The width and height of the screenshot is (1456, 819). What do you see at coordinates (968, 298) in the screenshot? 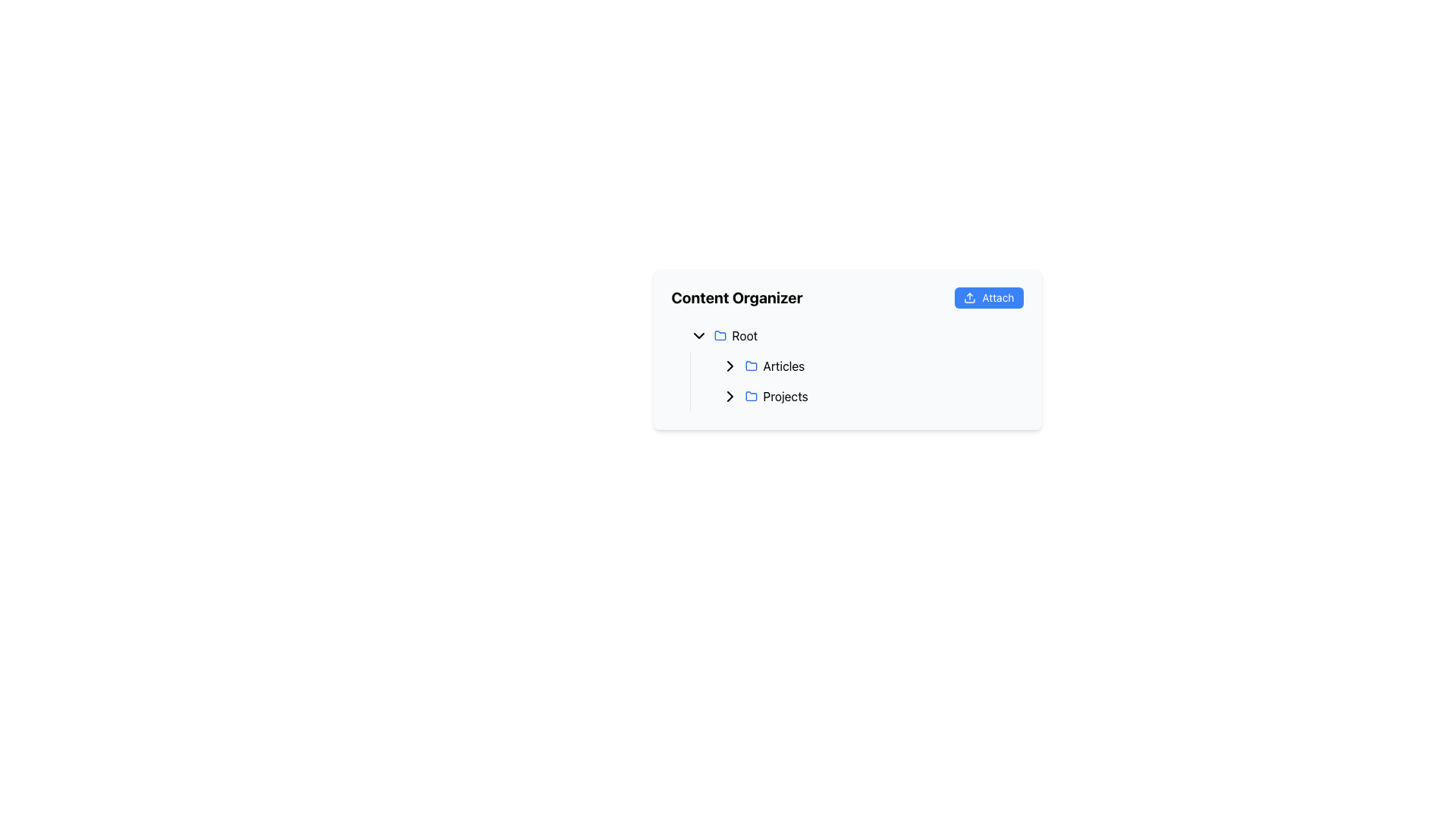
I see `the 'Attach' button which contains the upload icon located in the top-right corner of the content management interface` at bounding box center [968, 298].